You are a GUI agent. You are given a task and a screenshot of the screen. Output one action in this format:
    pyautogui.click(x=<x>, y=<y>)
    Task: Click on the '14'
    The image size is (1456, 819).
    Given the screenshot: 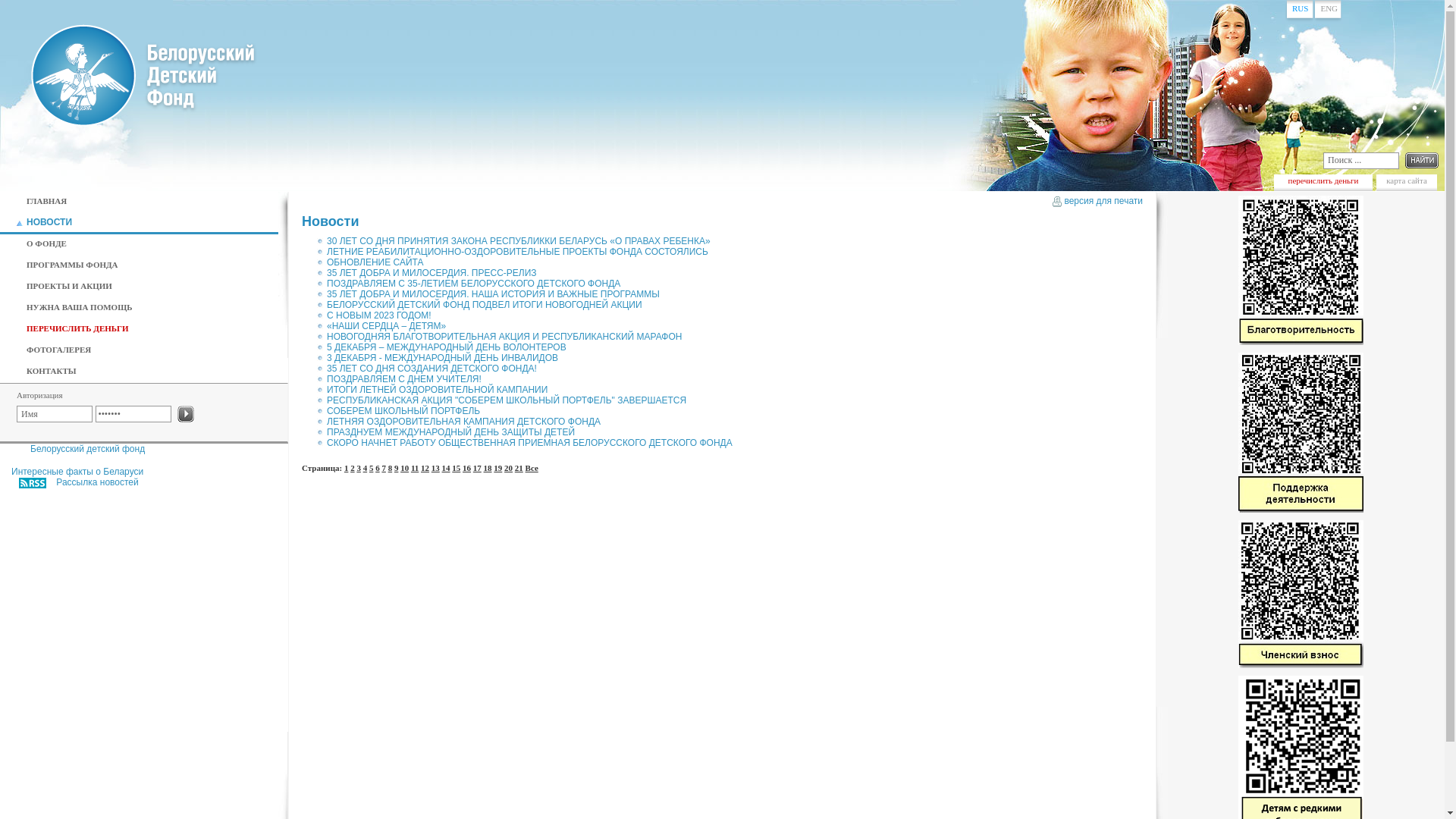 What is the action you would take?
    pyautogui.click(x=445, y=463)
    